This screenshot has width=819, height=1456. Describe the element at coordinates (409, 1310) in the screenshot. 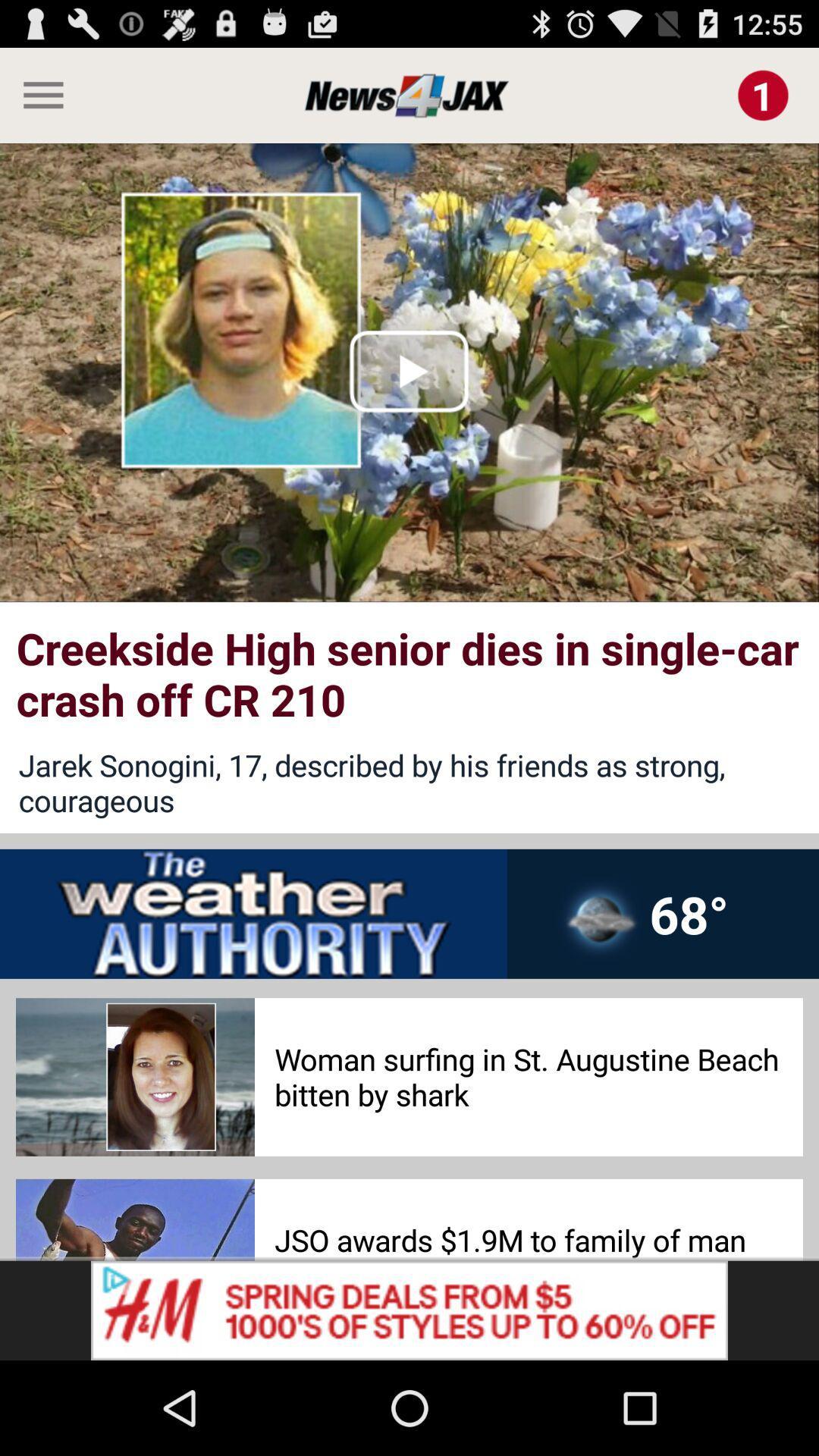

I see `offer box` at that location.